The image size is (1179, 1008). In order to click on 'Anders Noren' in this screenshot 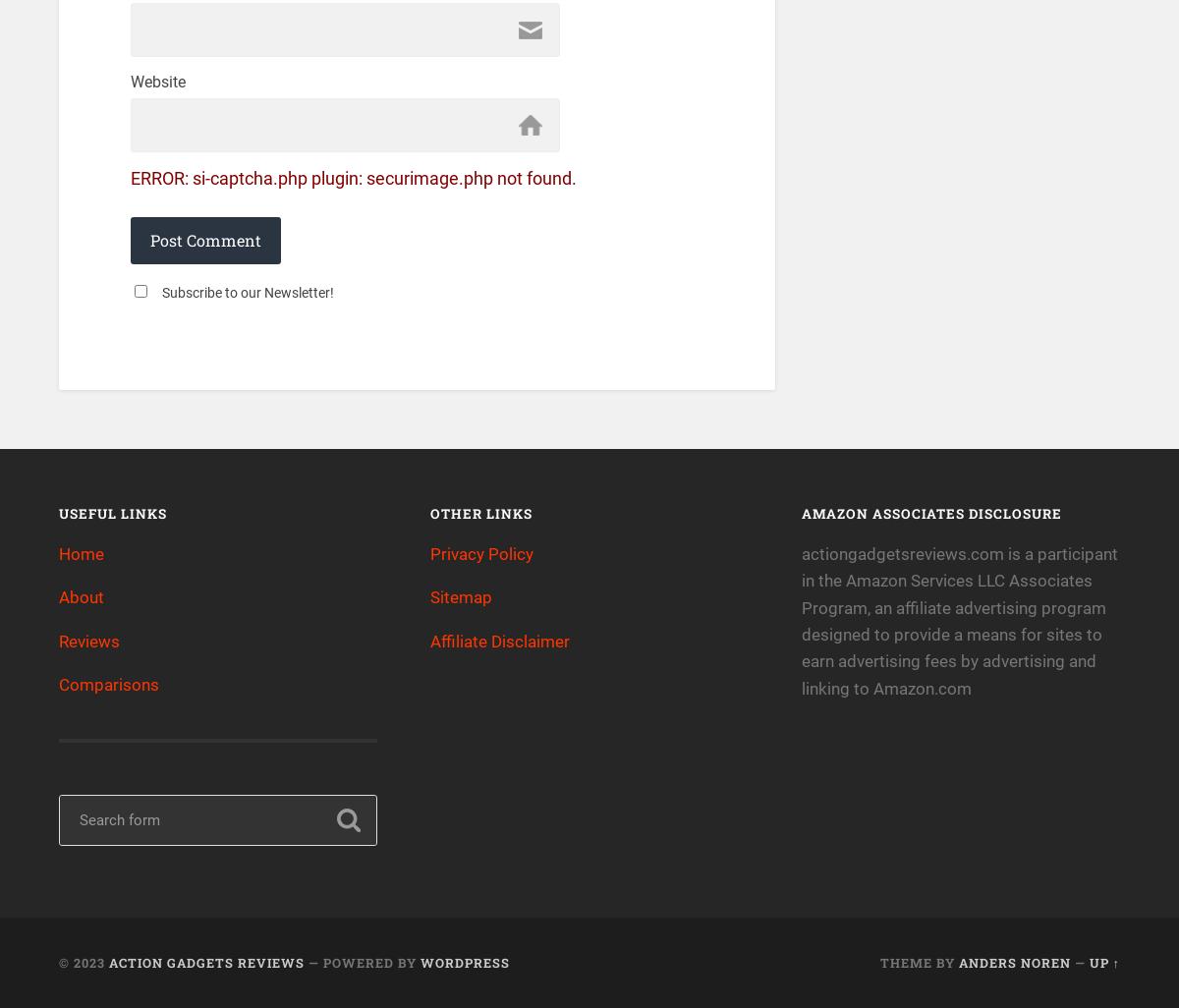, I will do `click(1014, 961)`.